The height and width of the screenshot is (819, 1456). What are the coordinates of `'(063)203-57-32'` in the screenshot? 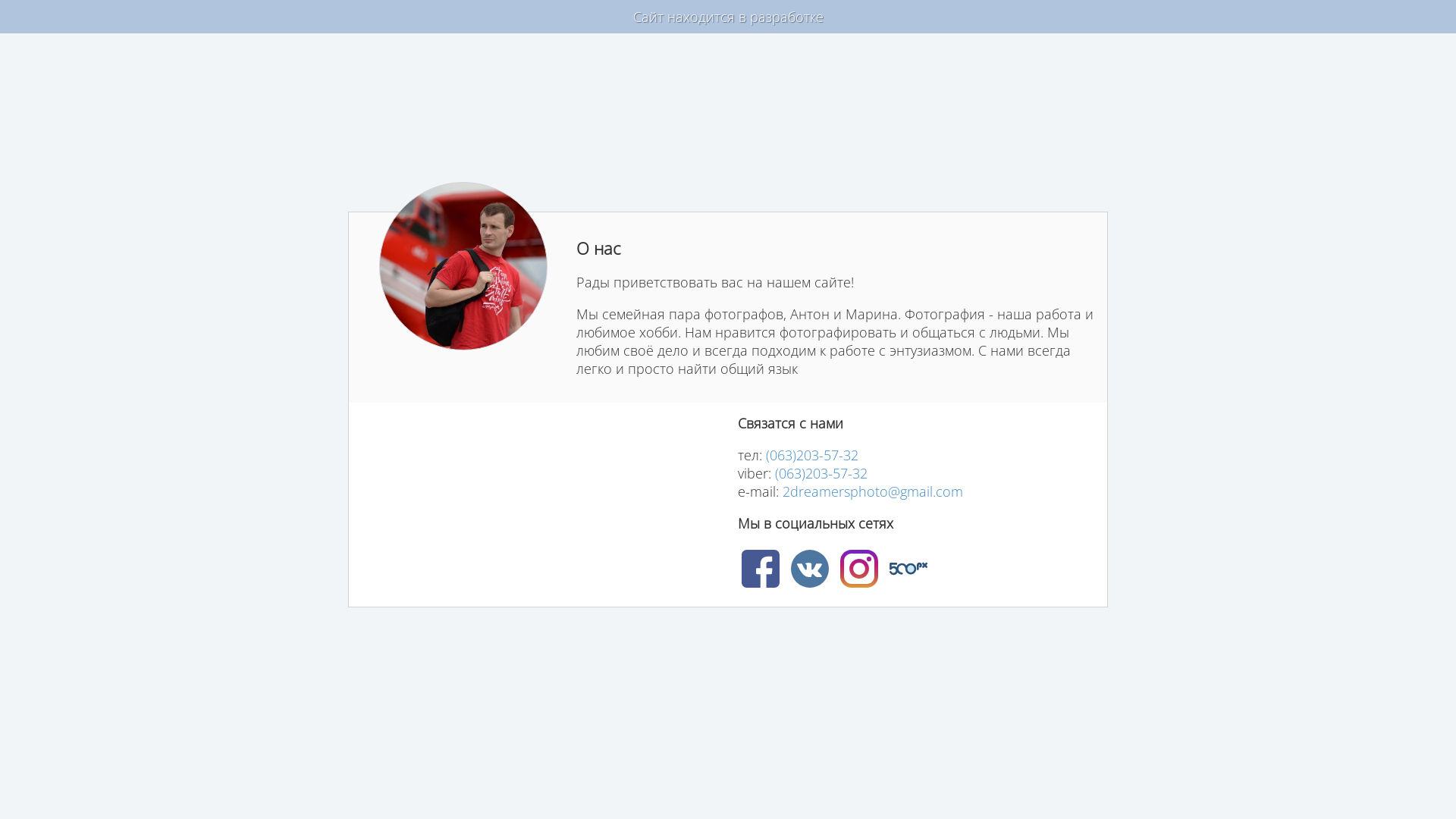 It's located at (821, 472).